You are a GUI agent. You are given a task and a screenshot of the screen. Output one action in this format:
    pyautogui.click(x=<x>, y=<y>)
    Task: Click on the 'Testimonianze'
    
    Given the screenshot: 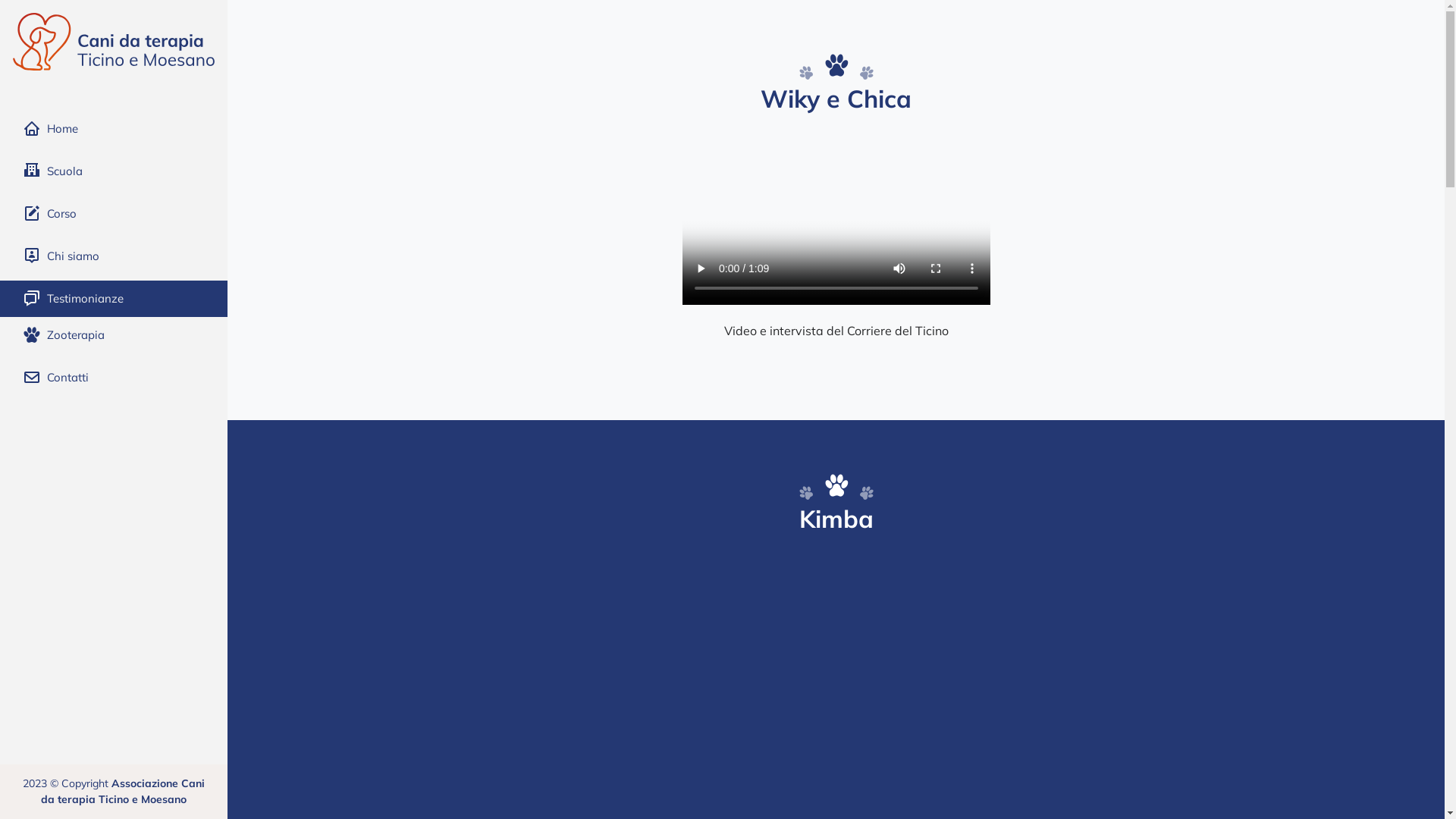 What is the action you would take?
    pyautogui.click(x=112, y=298)
    